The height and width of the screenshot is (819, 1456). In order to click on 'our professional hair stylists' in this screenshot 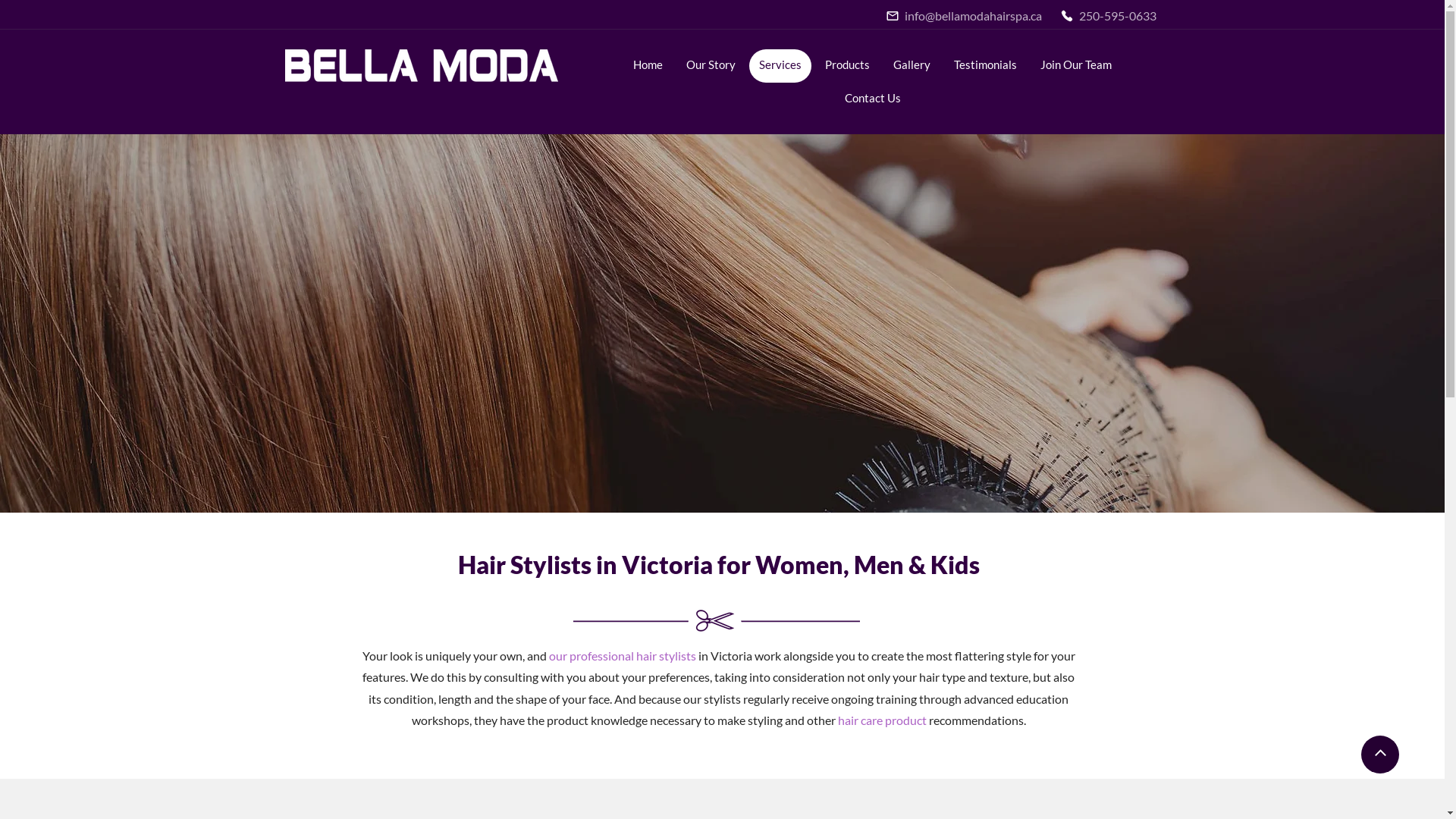, I will do `click(548, 654)`.